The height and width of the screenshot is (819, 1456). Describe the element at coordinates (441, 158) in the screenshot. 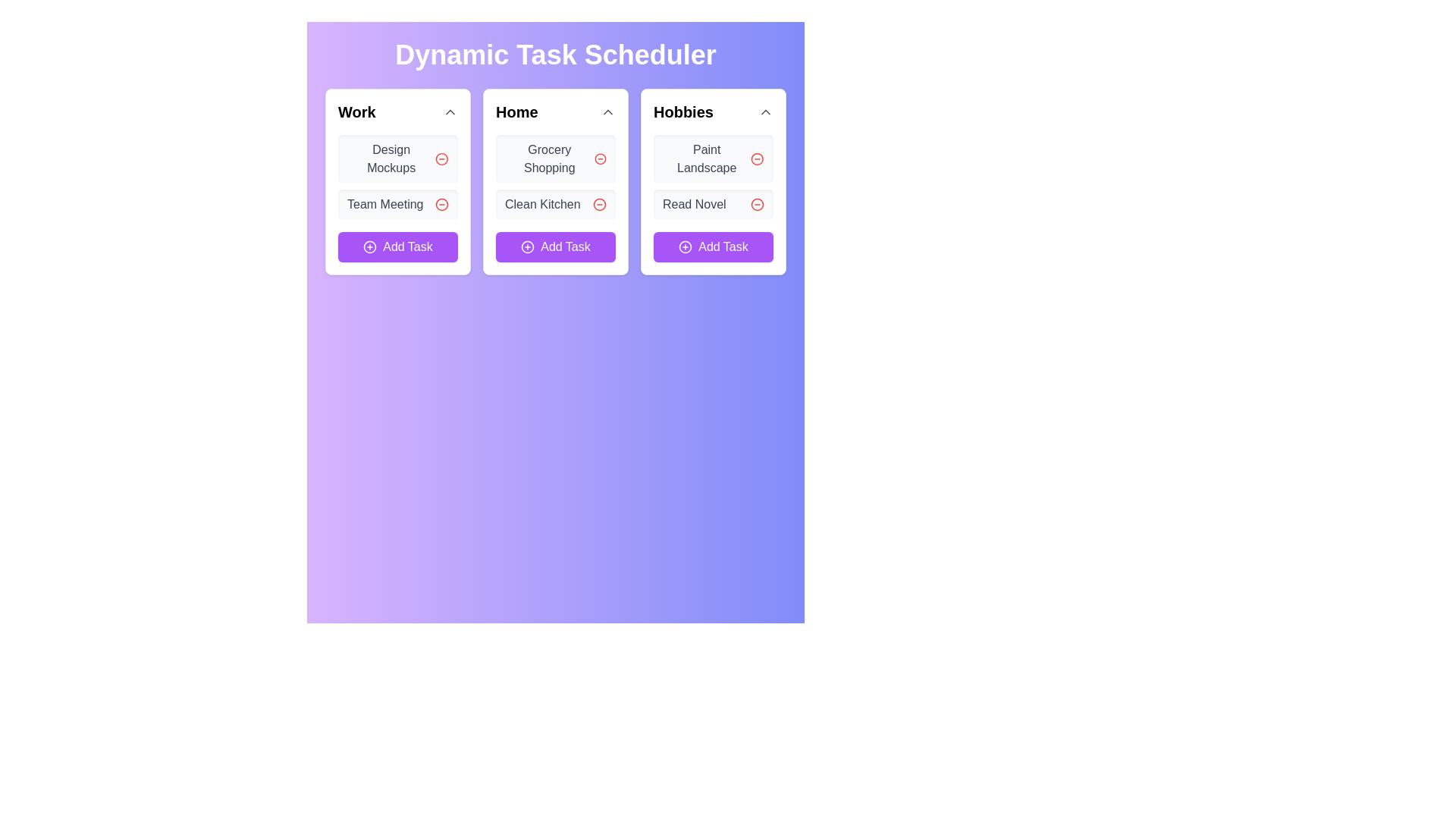

I see `the IconButton (circle with minus sign)` at that location.